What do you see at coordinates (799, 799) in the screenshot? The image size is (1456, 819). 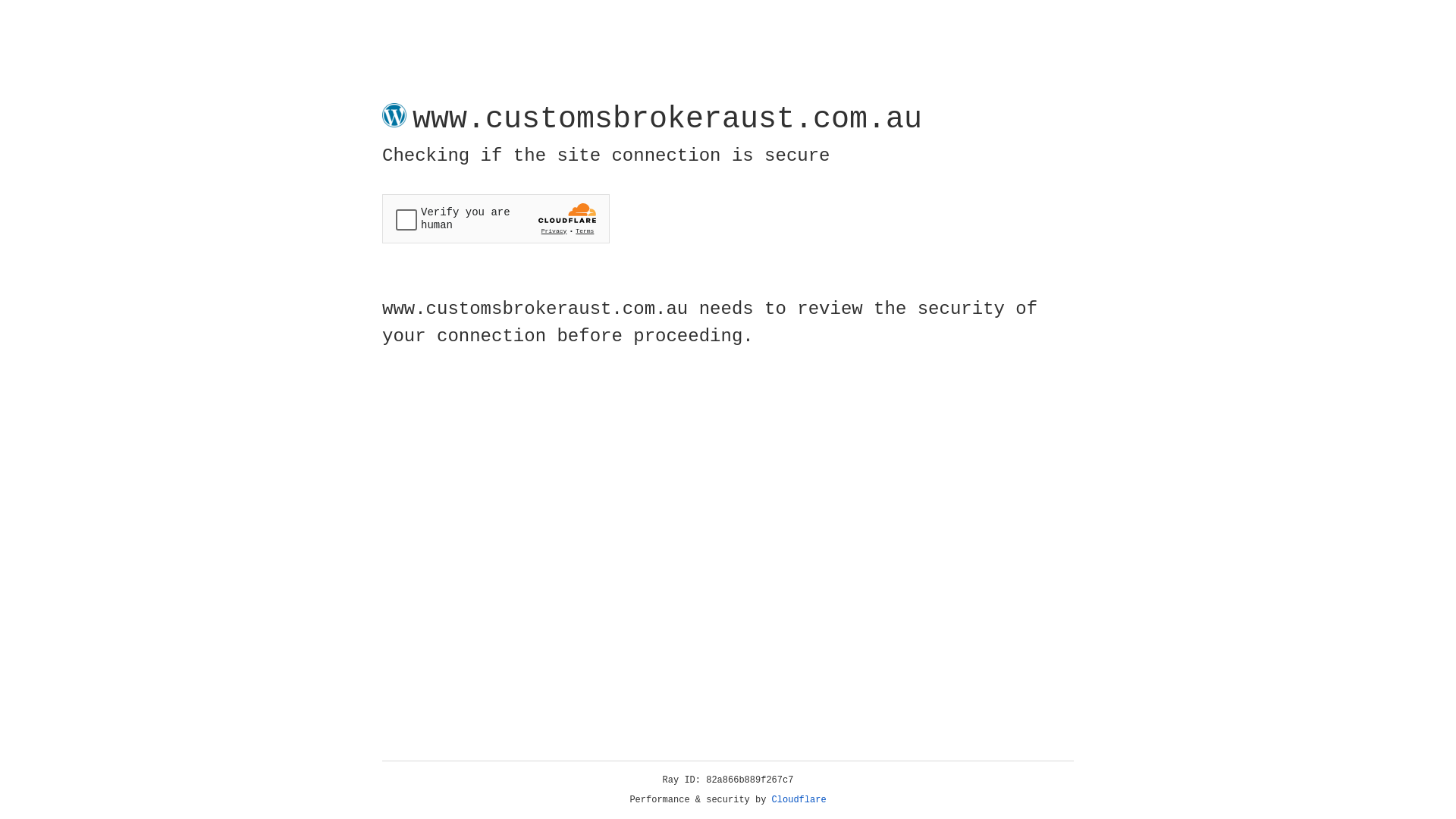 I see `'Cloudflare'` at bounding box center [799, 799].